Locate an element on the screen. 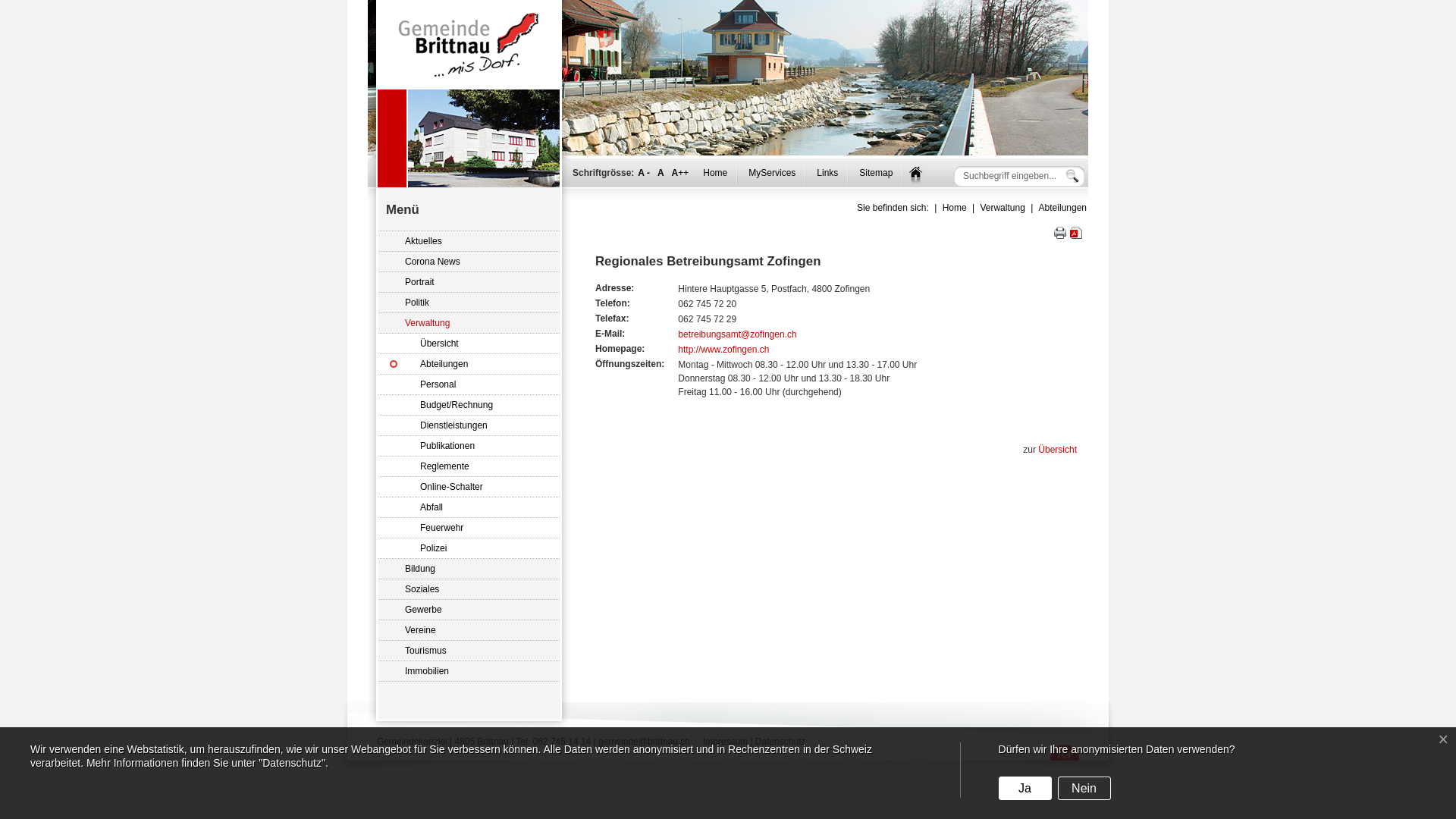 This screenshot has height=819, width=1456. 'Corona News' is located at coordinates (468, 261).